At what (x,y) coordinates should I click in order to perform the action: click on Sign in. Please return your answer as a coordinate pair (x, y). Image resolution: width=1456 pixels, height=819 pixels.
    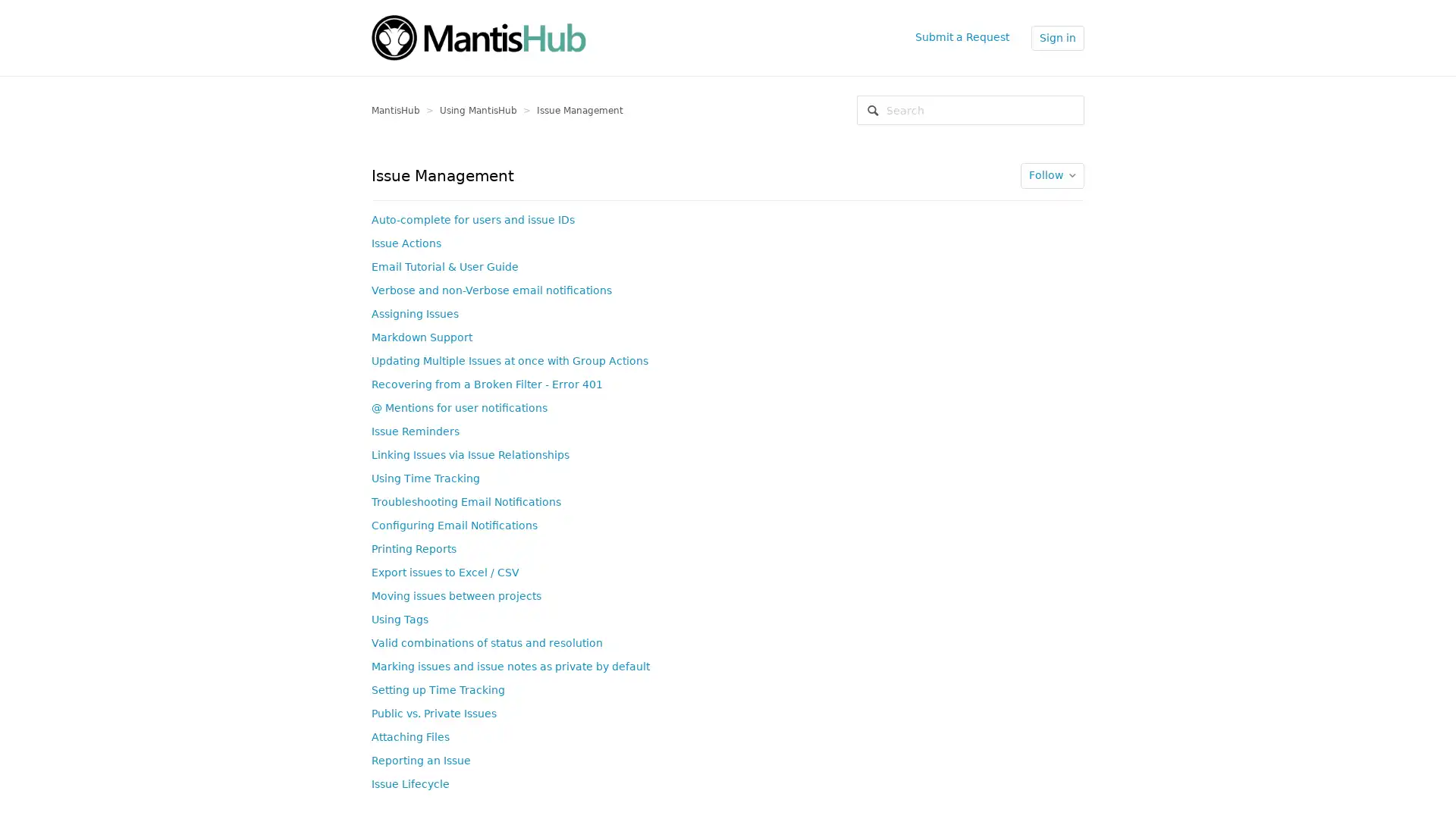
    Looking at the image, I should click on (1057, 36).